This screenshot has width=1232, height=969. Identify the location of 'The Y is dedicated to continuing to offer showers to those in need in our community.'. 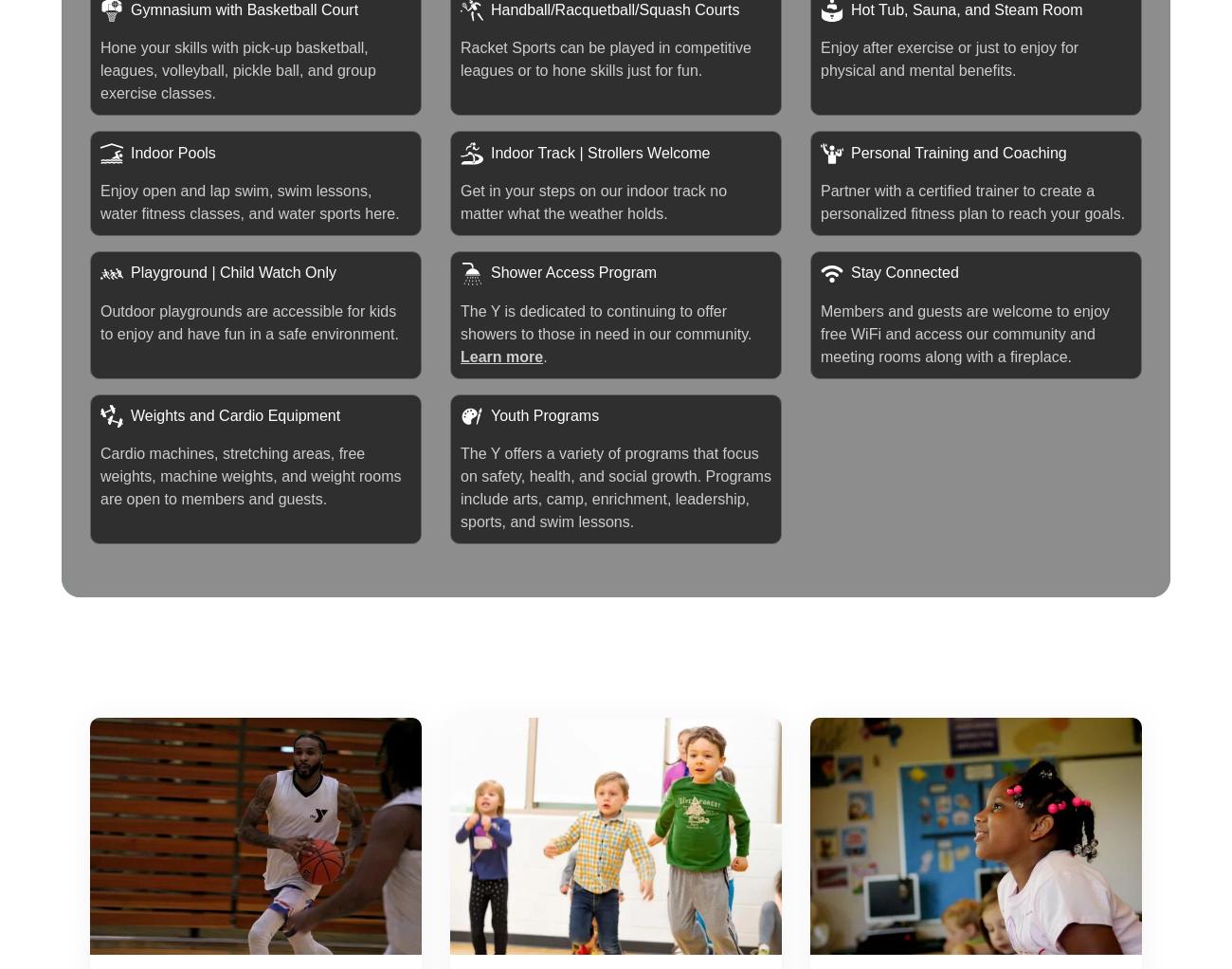
(606, 321).